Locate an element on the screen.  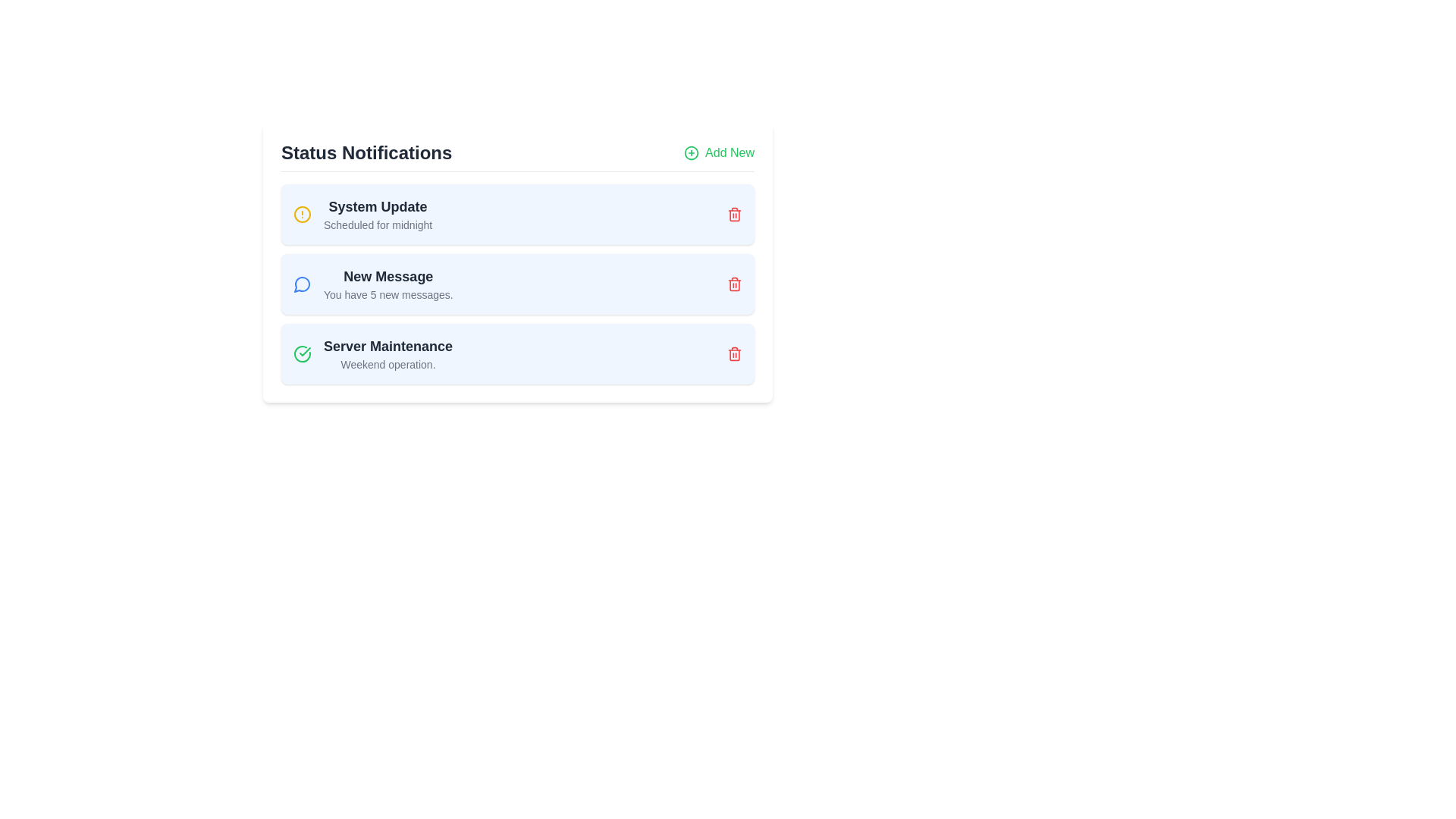
trash icon next to the item titled System Update to remove it is located at coordinates (735, 214).